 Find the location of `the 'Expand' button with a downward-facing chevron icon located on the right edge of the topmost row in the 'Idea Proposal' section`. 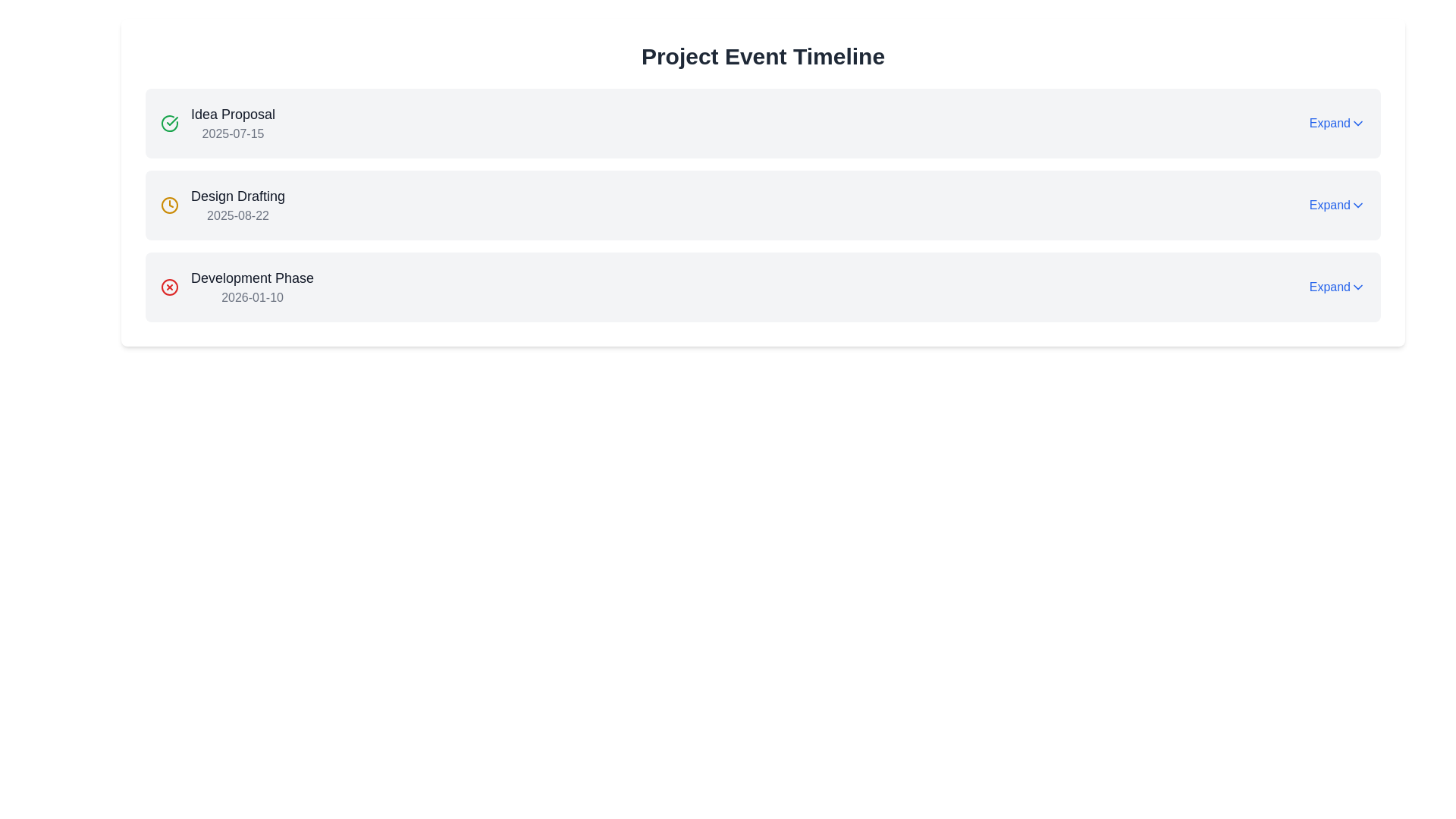

the 'Expand' button with a downward-facing chevron icon located on the right edge of the topmost row in the 'Idea Proposal' section is located at coordinates (1337, 122).